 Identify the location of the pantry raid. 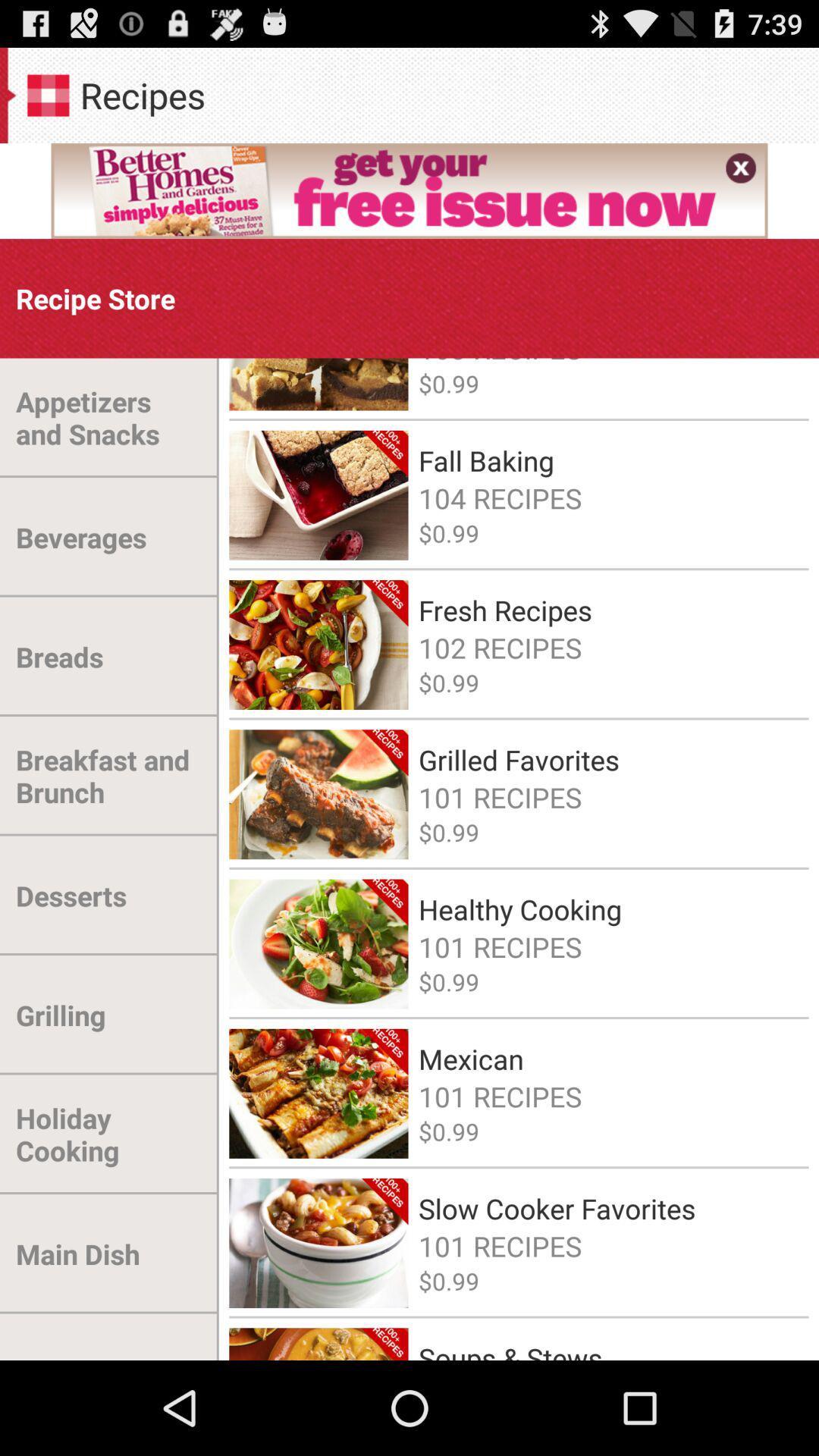
(88, 1337).